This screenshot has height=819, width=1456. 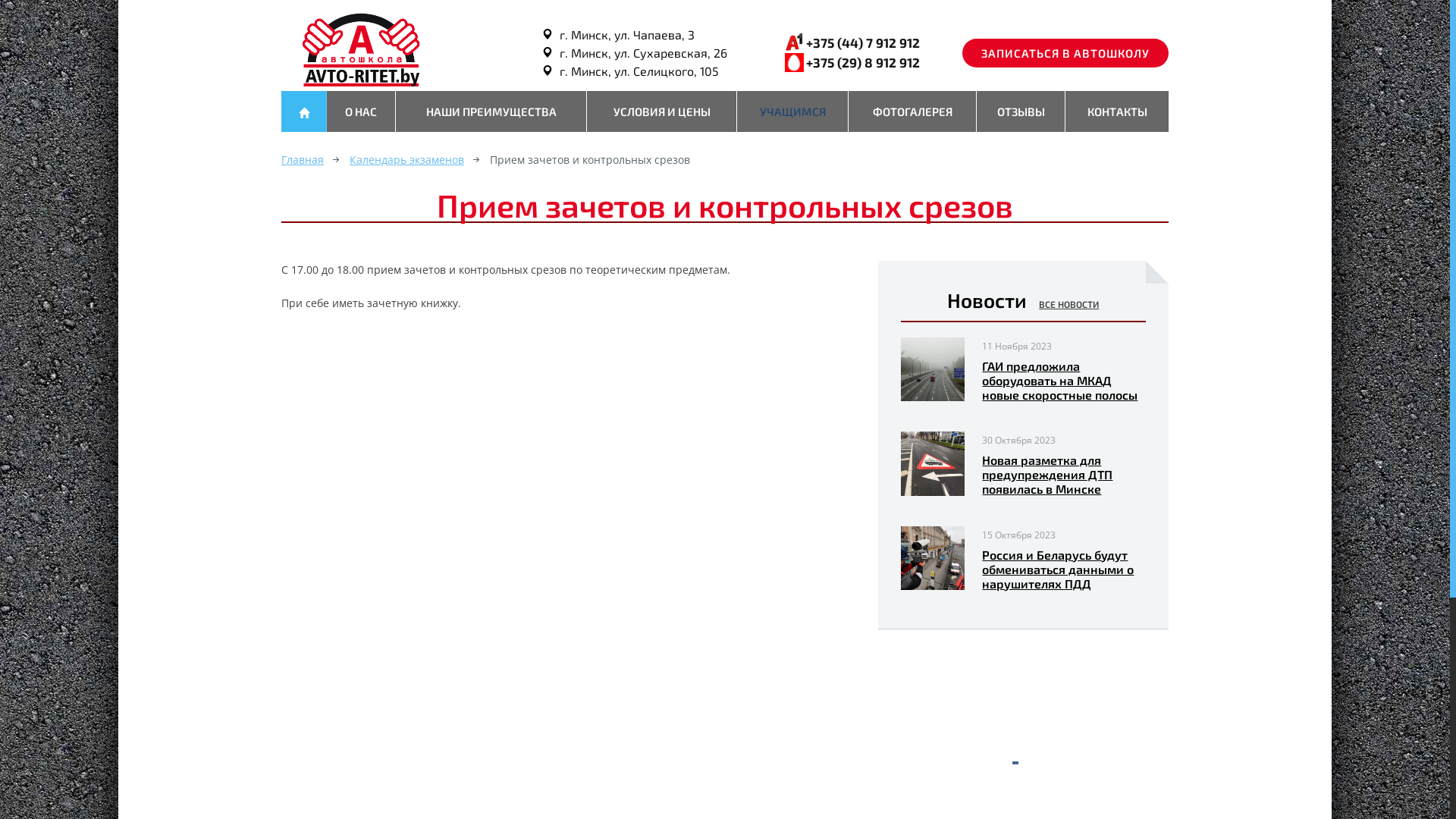 I want to click on '+375 (29) 8 912 912', so click(x=805, y=61).